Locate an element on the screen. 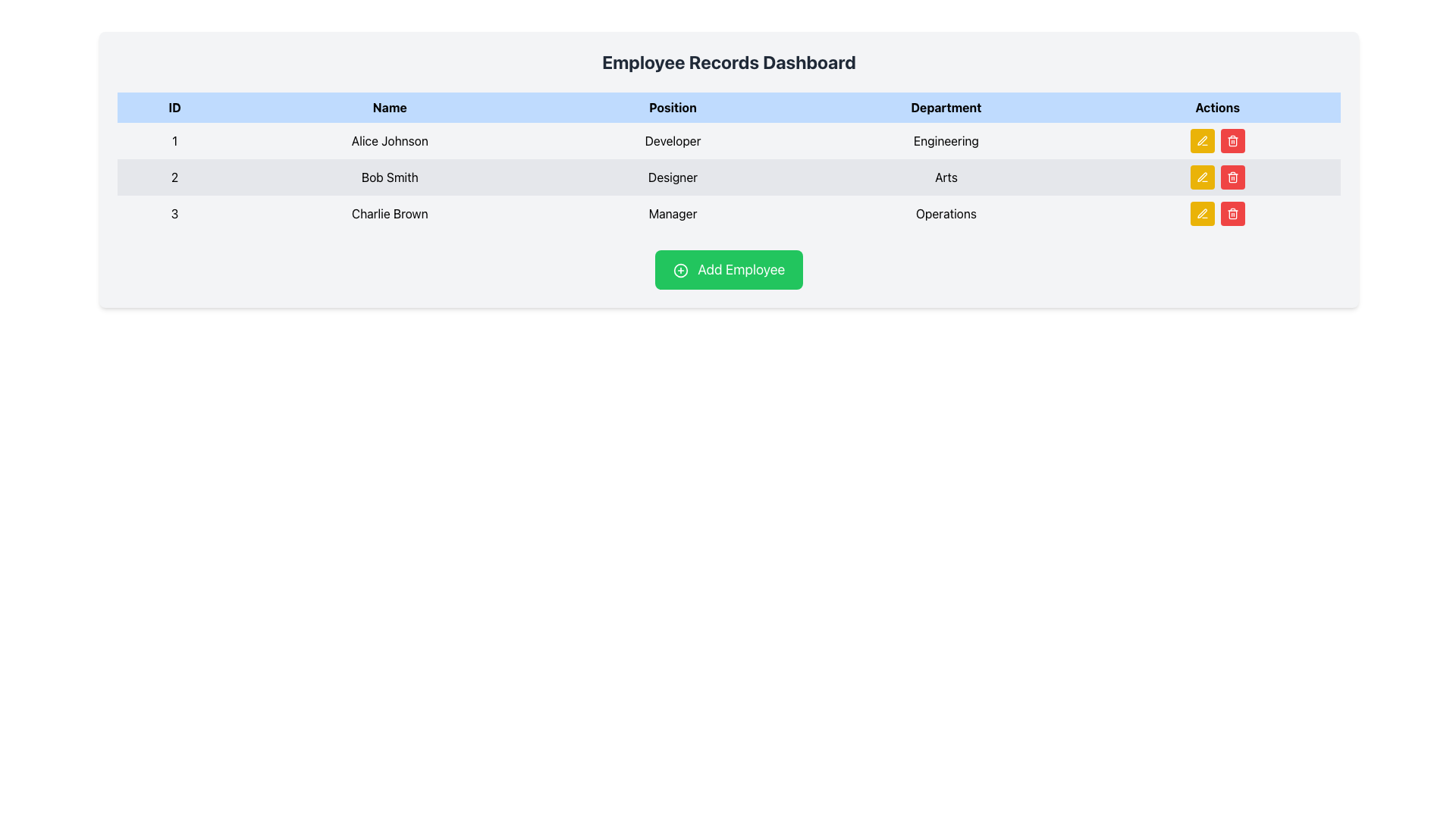 The image size is (1456, 819). the small yellow pen icon button located in the second row of the table under the 'Actions' column is located at coordinates (1201, 140).